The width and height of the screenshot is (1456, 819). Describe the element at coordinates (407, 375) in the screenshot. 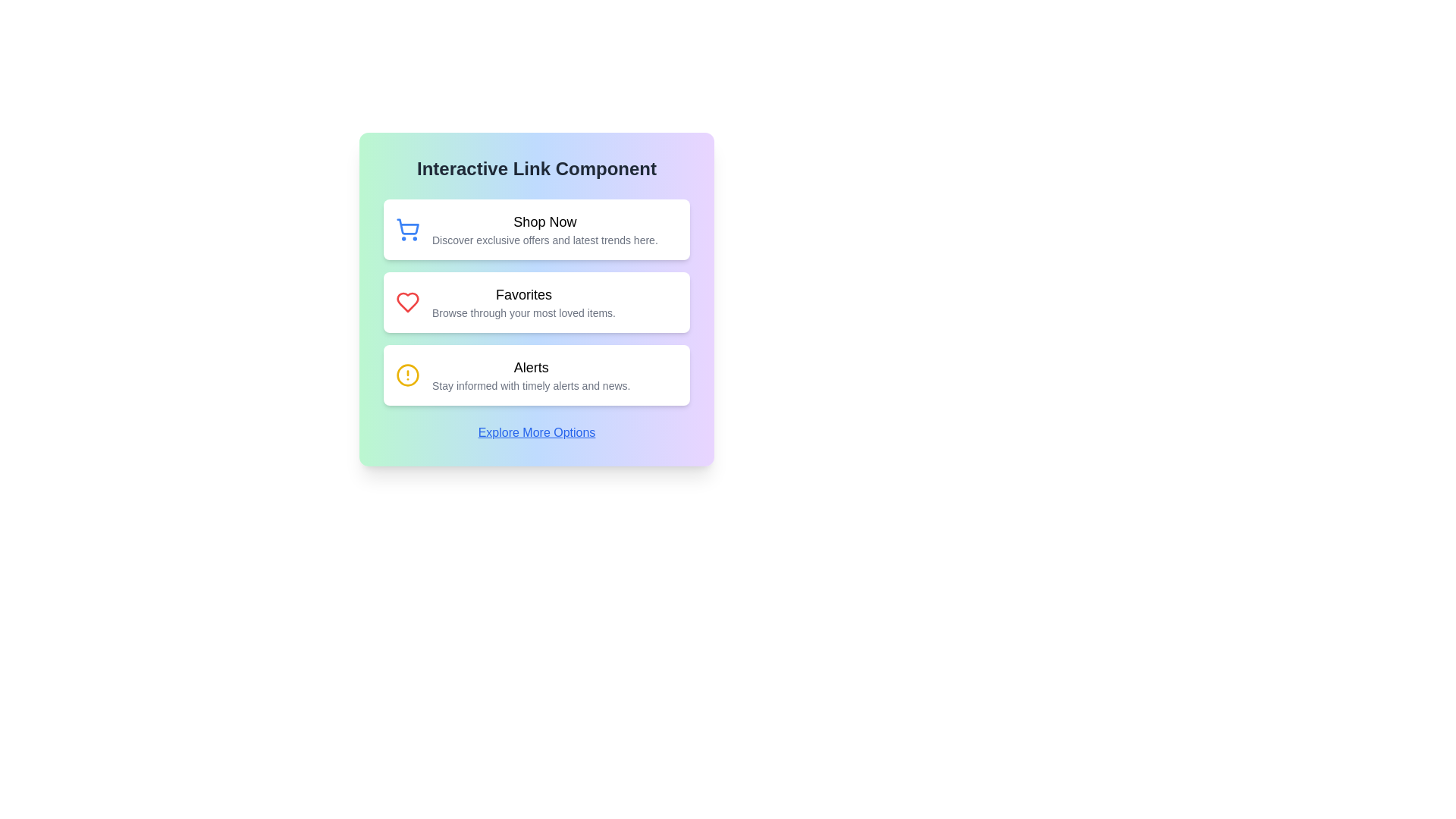

I see `the circular warning icon with a yellow outline and exclamation mark, located in the middle card preceding the text 'Alerts.'` at that location.